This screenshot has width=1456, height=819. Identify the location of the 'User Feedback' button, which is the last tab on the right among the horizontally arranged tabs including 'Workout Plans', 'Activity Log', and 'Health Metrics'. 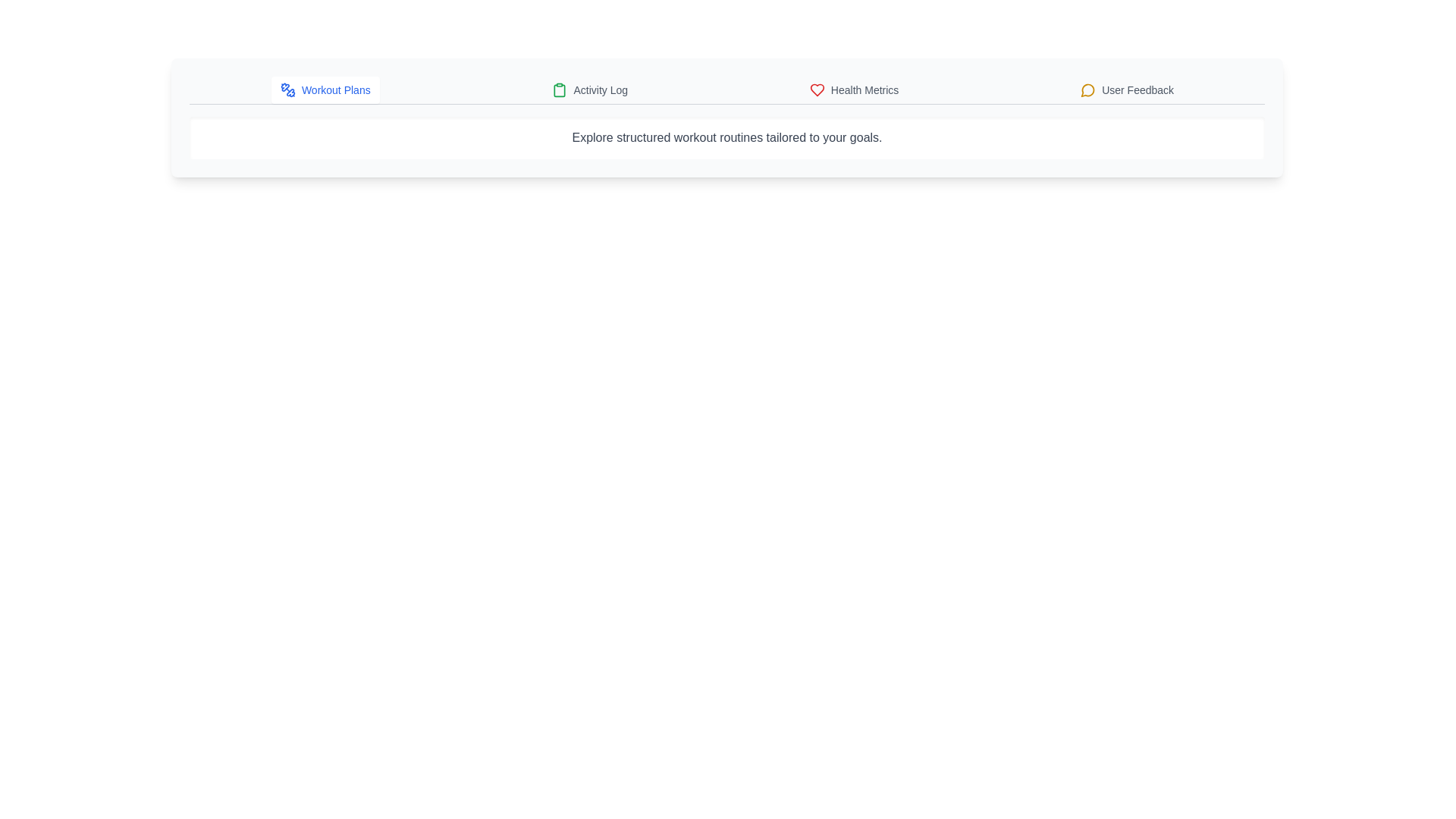
(1127, 90).